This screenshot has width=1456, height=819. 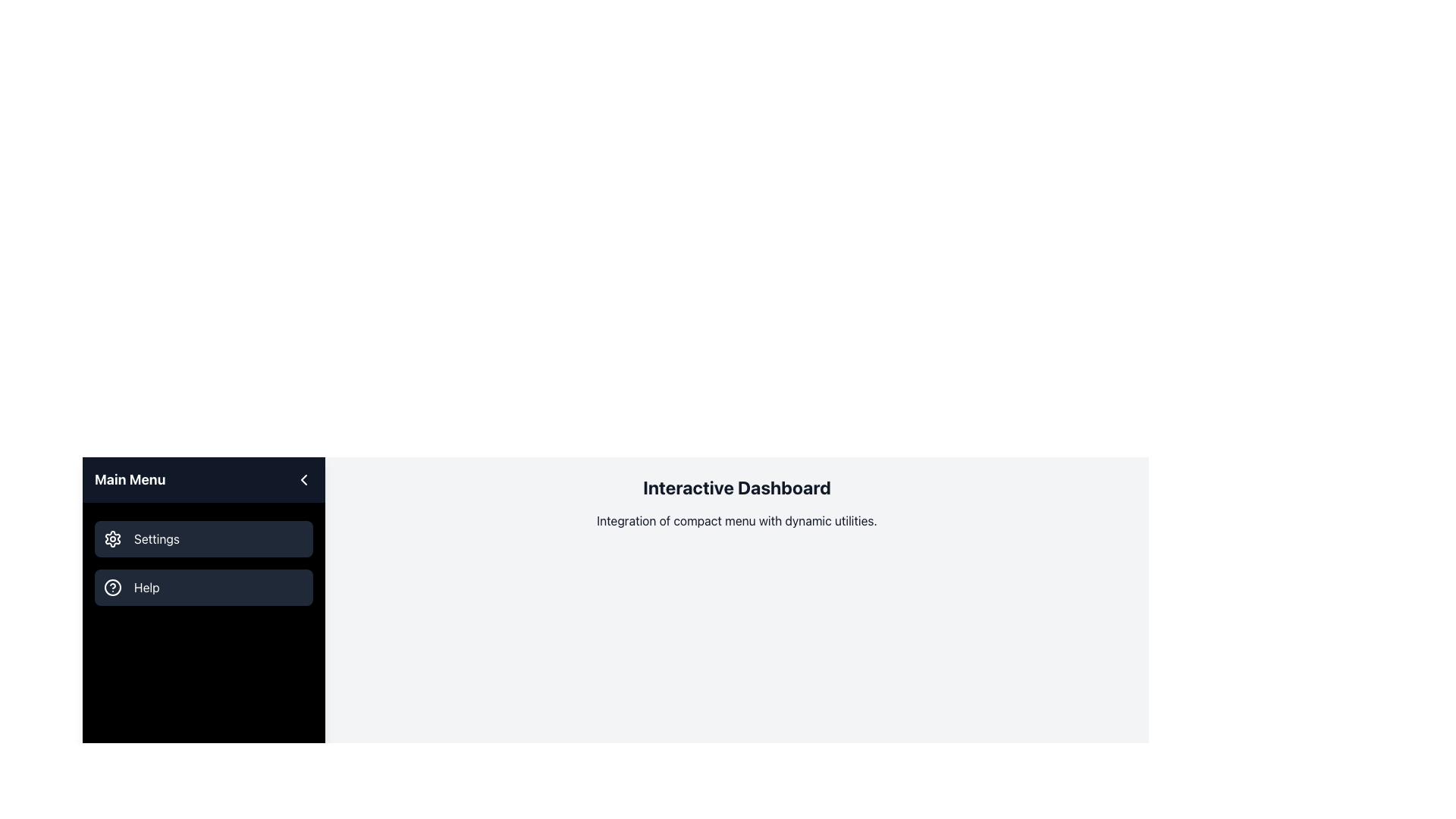 I want to click on the left-facing arrow button located at the top-right corner of the 'Main Menu' header for context actions, so click(x=303, y=479).